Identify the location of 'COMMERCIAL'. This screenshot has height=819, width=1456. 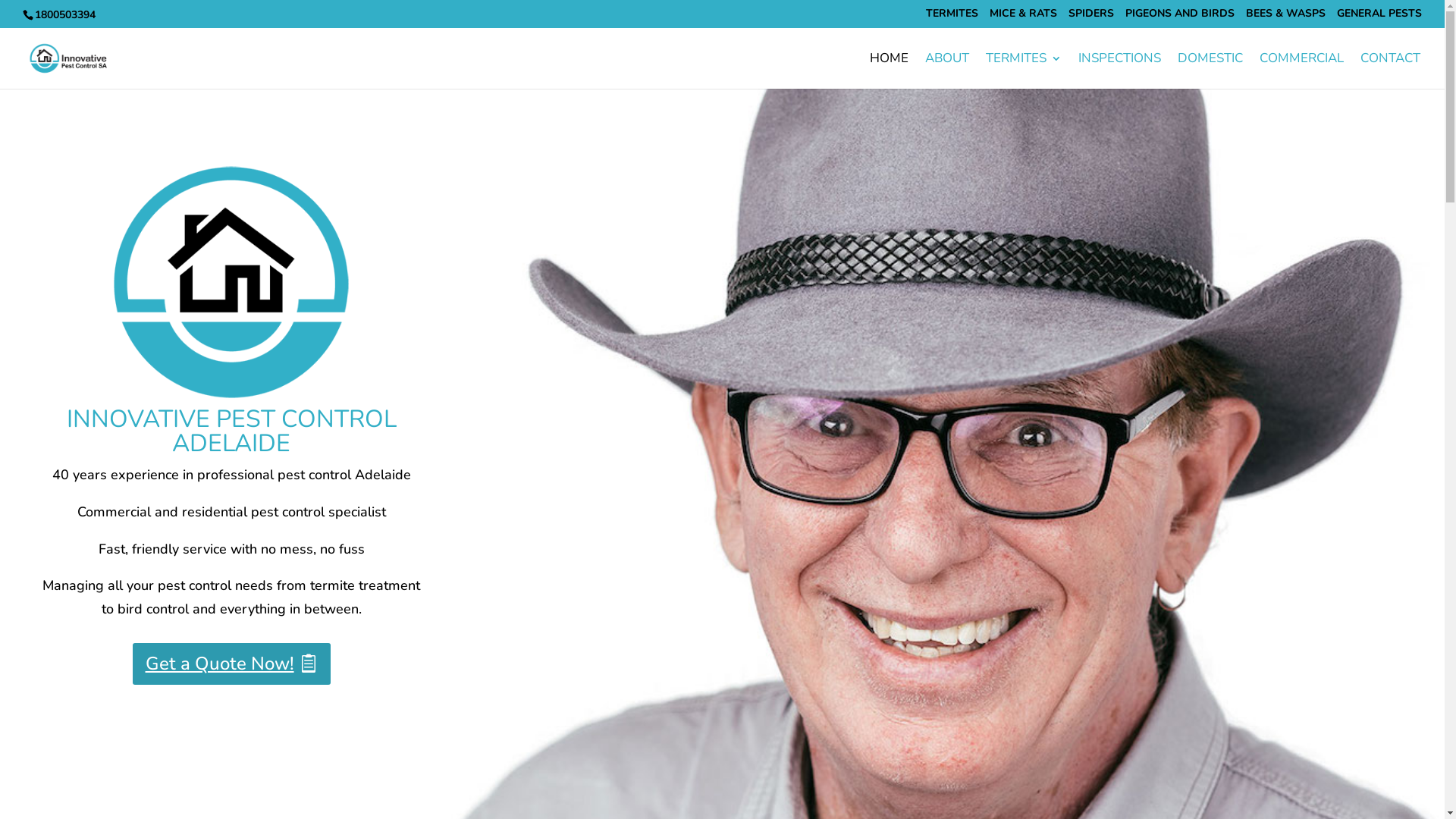
(1301, 71).